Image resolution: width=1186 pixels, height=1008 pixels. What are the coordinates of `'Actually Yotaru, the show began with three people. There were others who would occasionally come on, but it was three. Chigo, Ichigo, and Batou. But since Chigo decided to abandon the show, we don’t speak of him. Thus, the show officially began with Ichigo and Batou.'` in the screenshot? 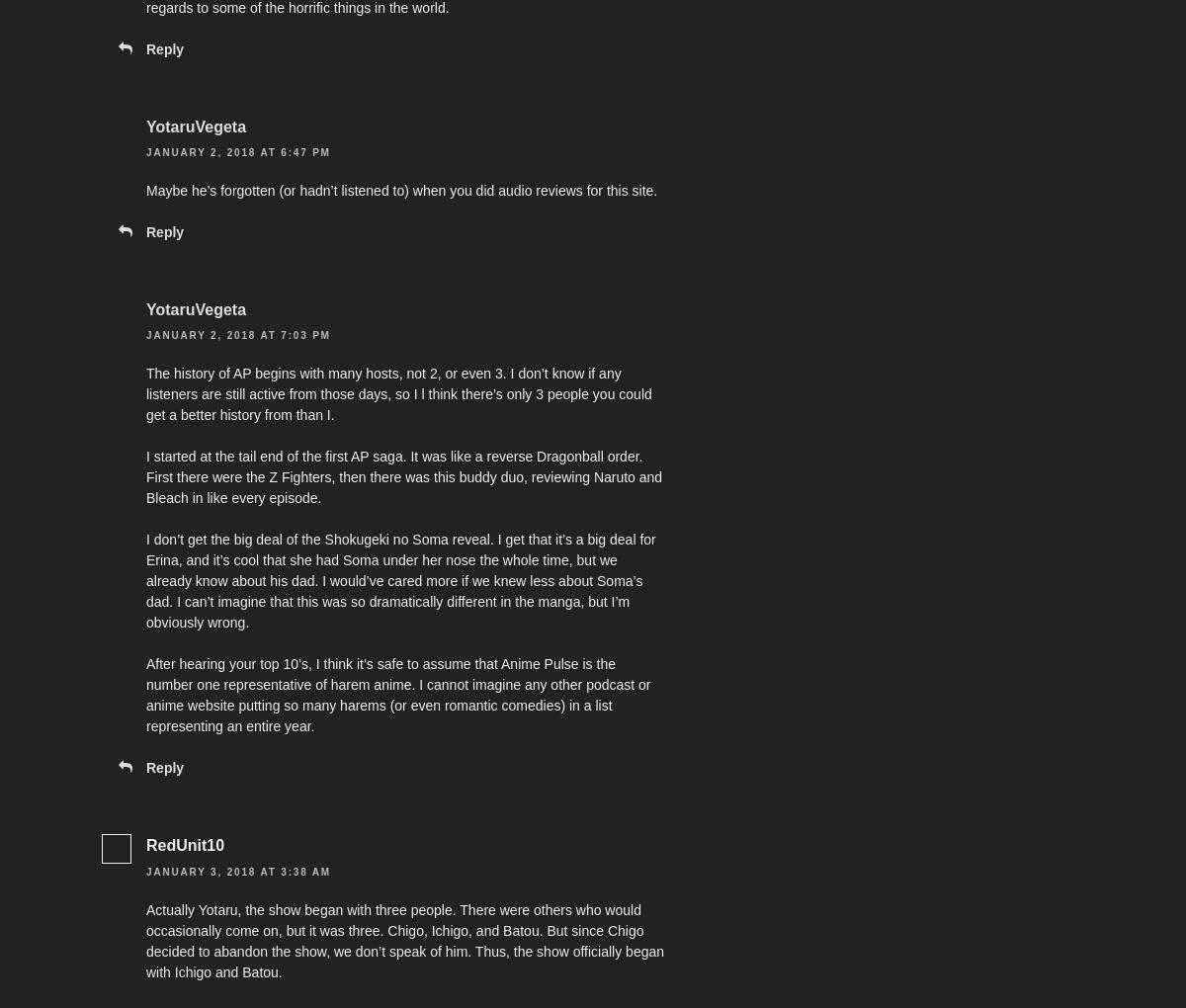 It's located at (405, 939).